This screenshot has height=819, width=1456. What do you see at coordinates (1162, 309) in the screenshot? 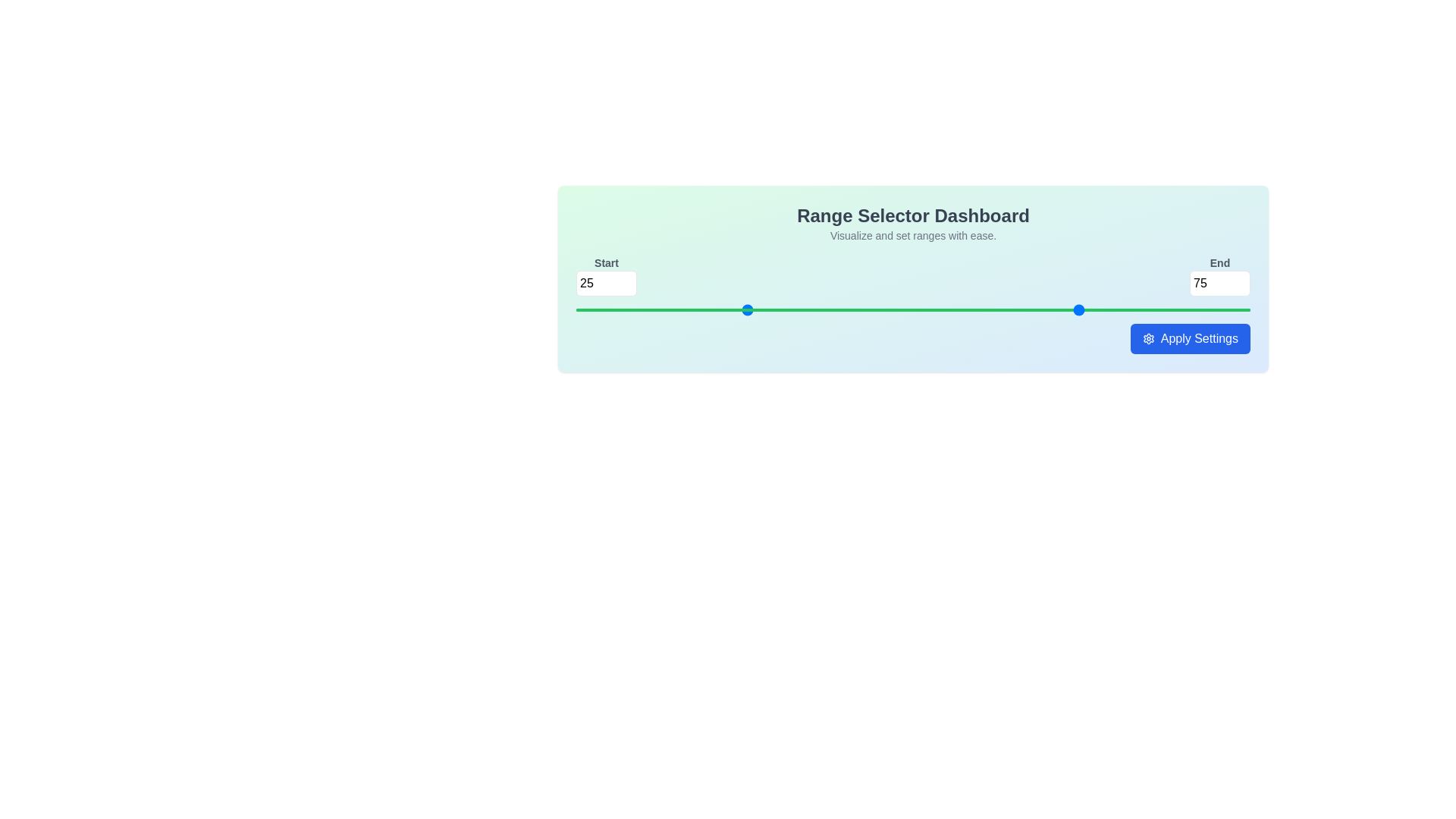
I see `the slider` at bounding box center [1162, 309].